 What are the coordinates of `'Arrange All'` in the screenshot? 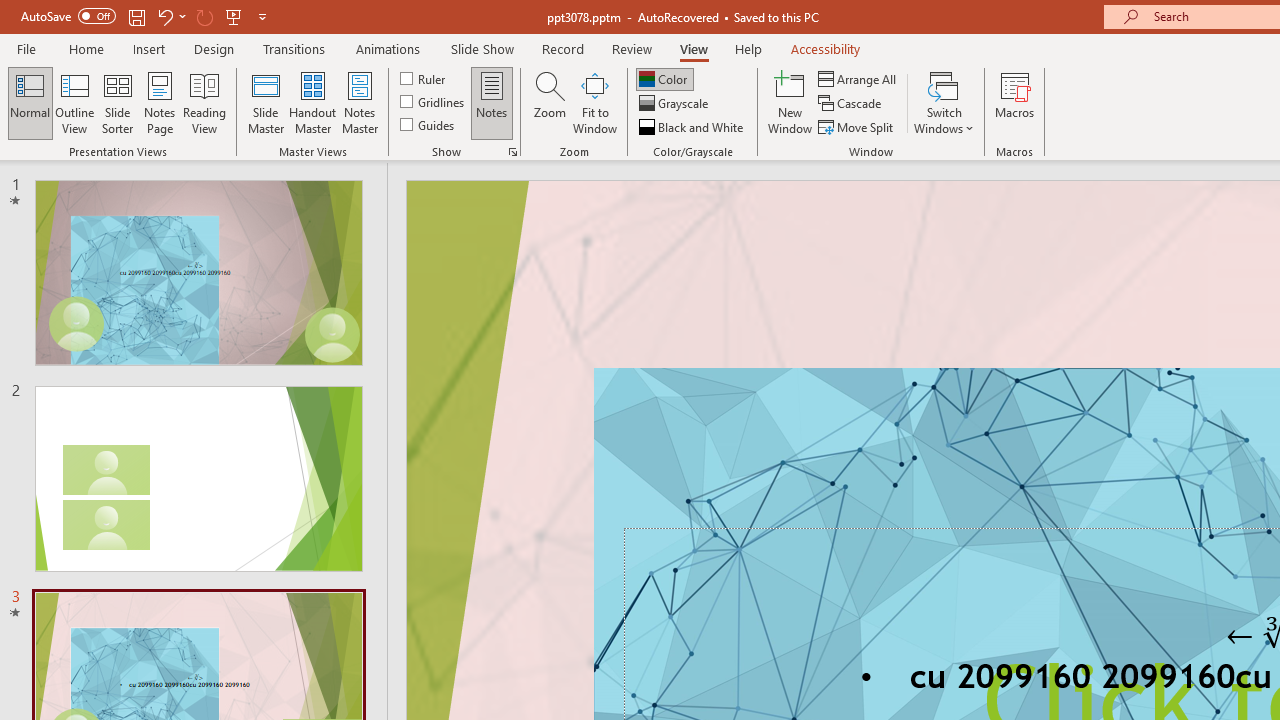 It's located at (858, 78).